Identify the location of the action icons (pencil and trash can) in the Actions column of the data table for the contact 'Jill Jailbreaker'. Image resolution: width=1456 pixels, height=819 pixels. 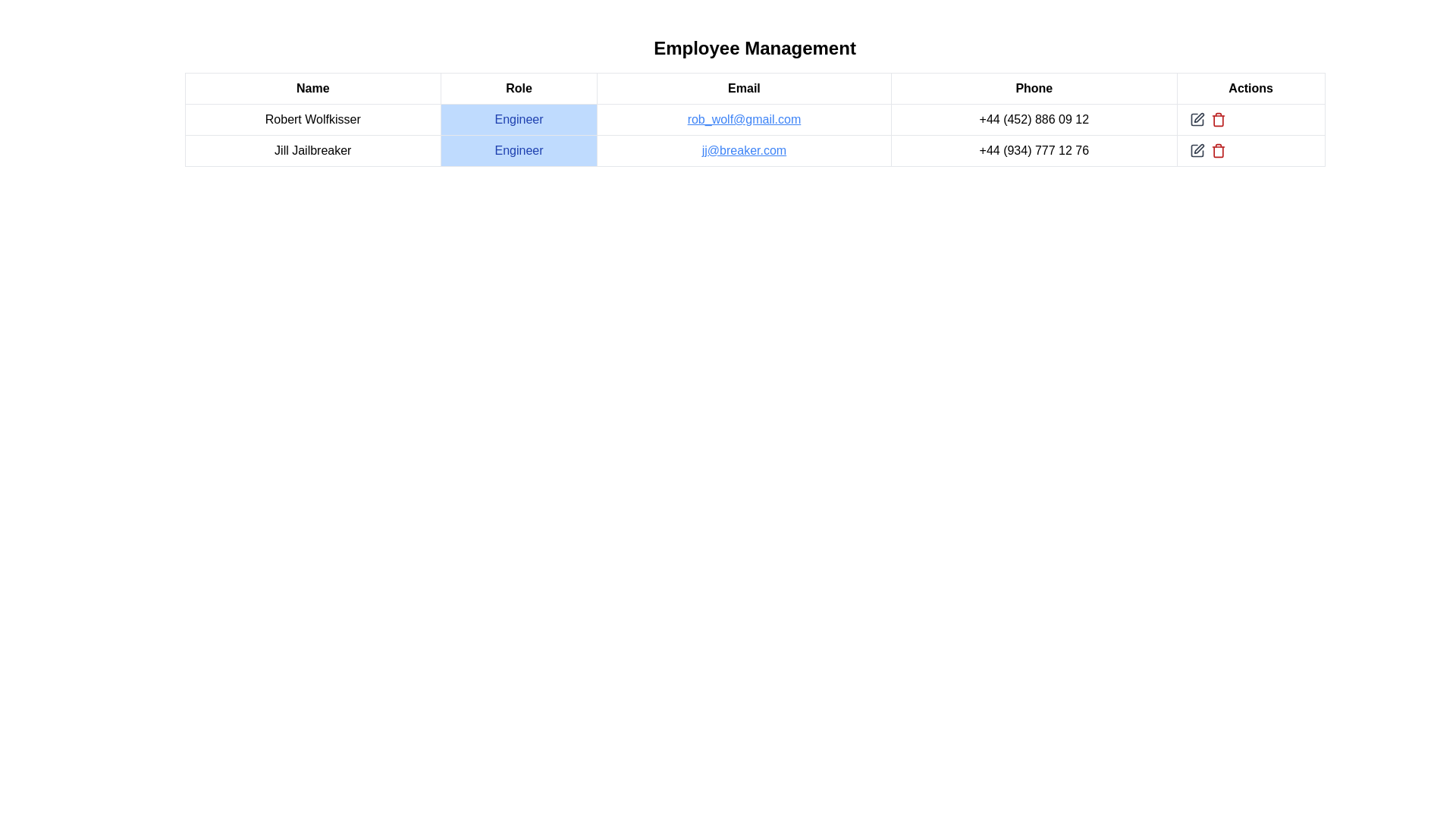
(1250, 151).